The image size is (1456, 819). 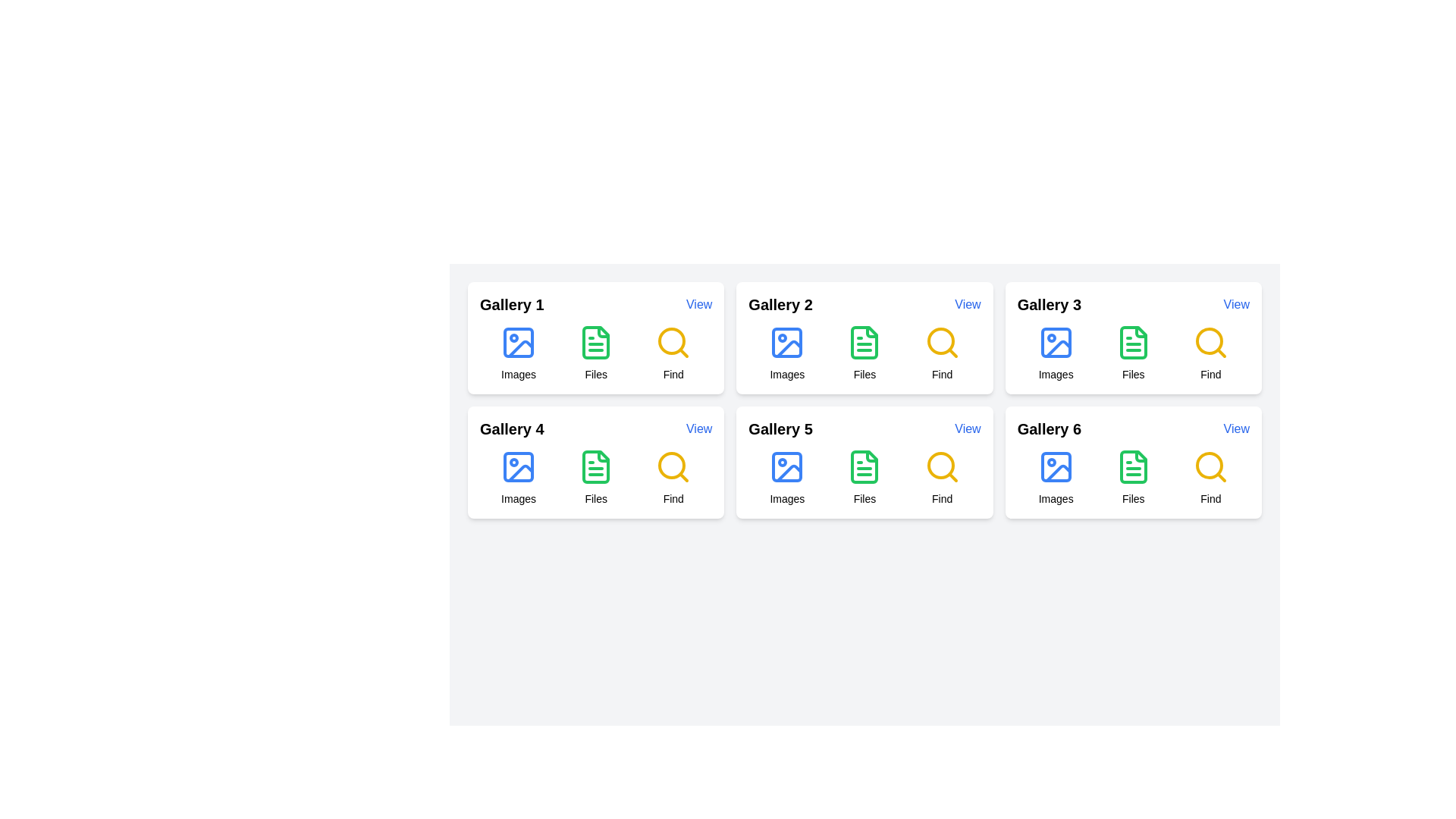 I want to click on non-interactive text label displaying 'Gallery 6', located in the bottom-right section of the grid, so click(x=1048, y=429).